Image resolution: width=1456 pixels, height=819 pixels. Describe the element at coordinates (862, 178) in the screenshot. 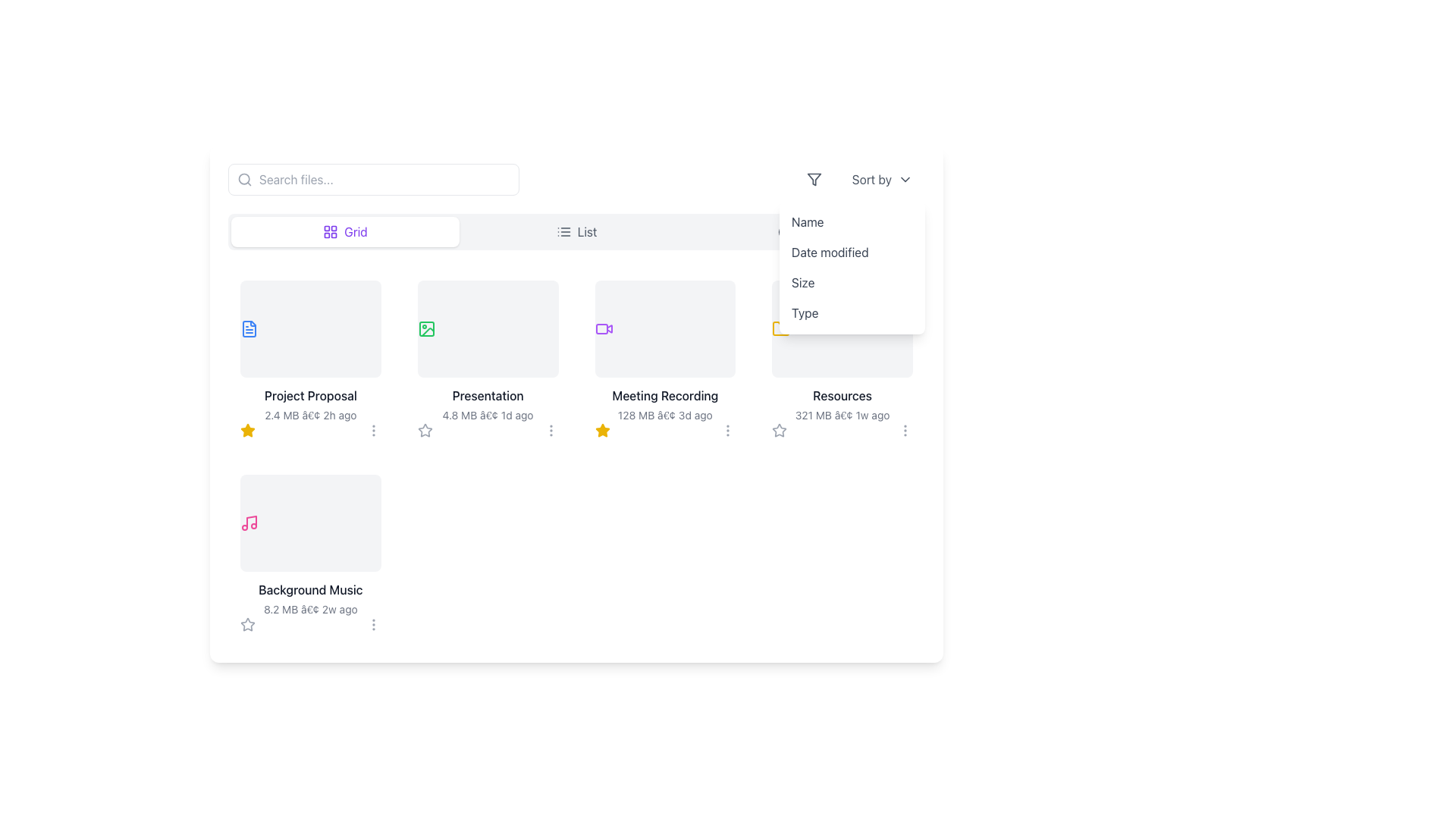

I see `the Dropdown menu trigger in the top-right corner of the layout` at that location.